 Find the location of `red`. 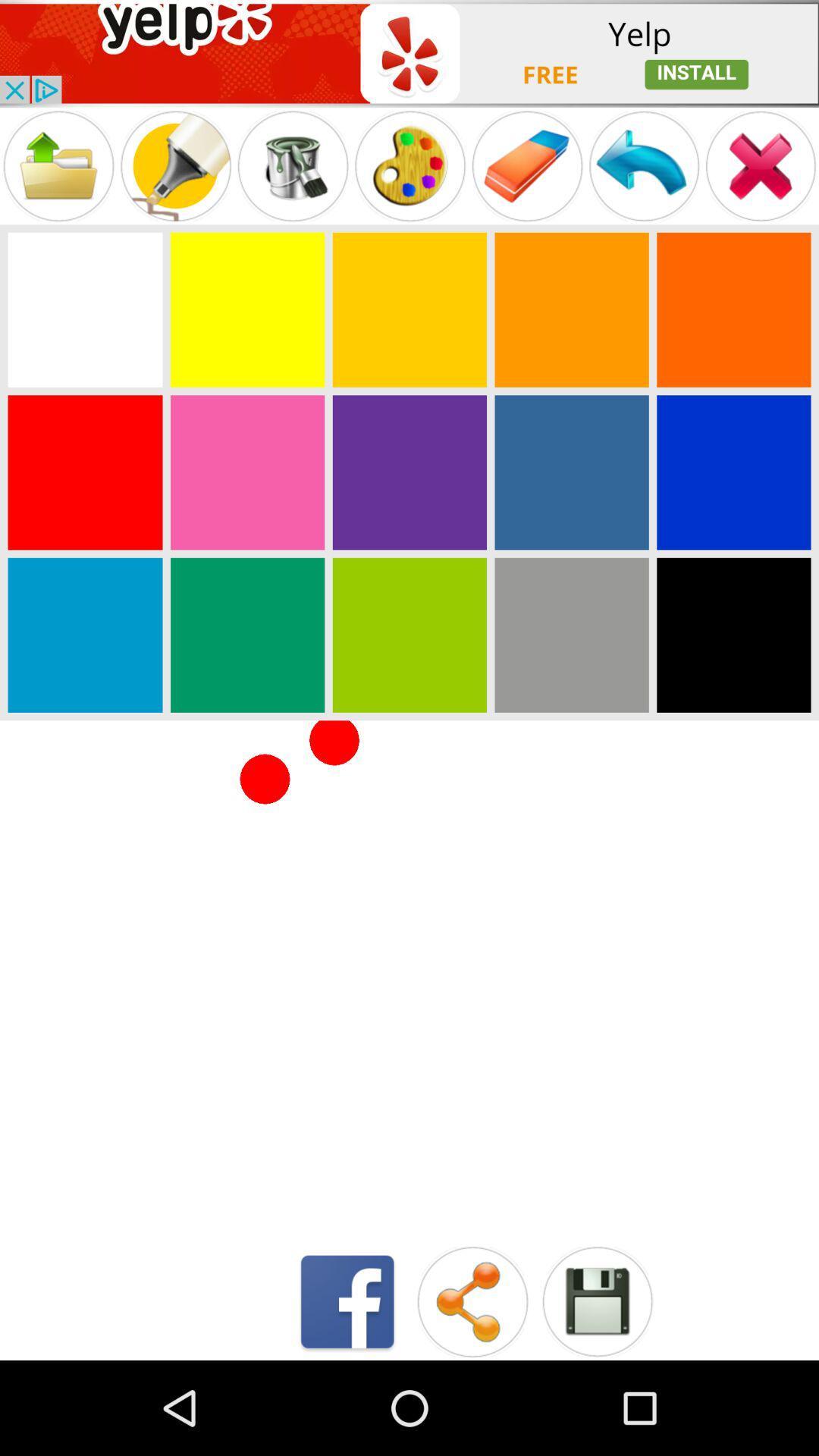

red is located at coordinates (85, 472).